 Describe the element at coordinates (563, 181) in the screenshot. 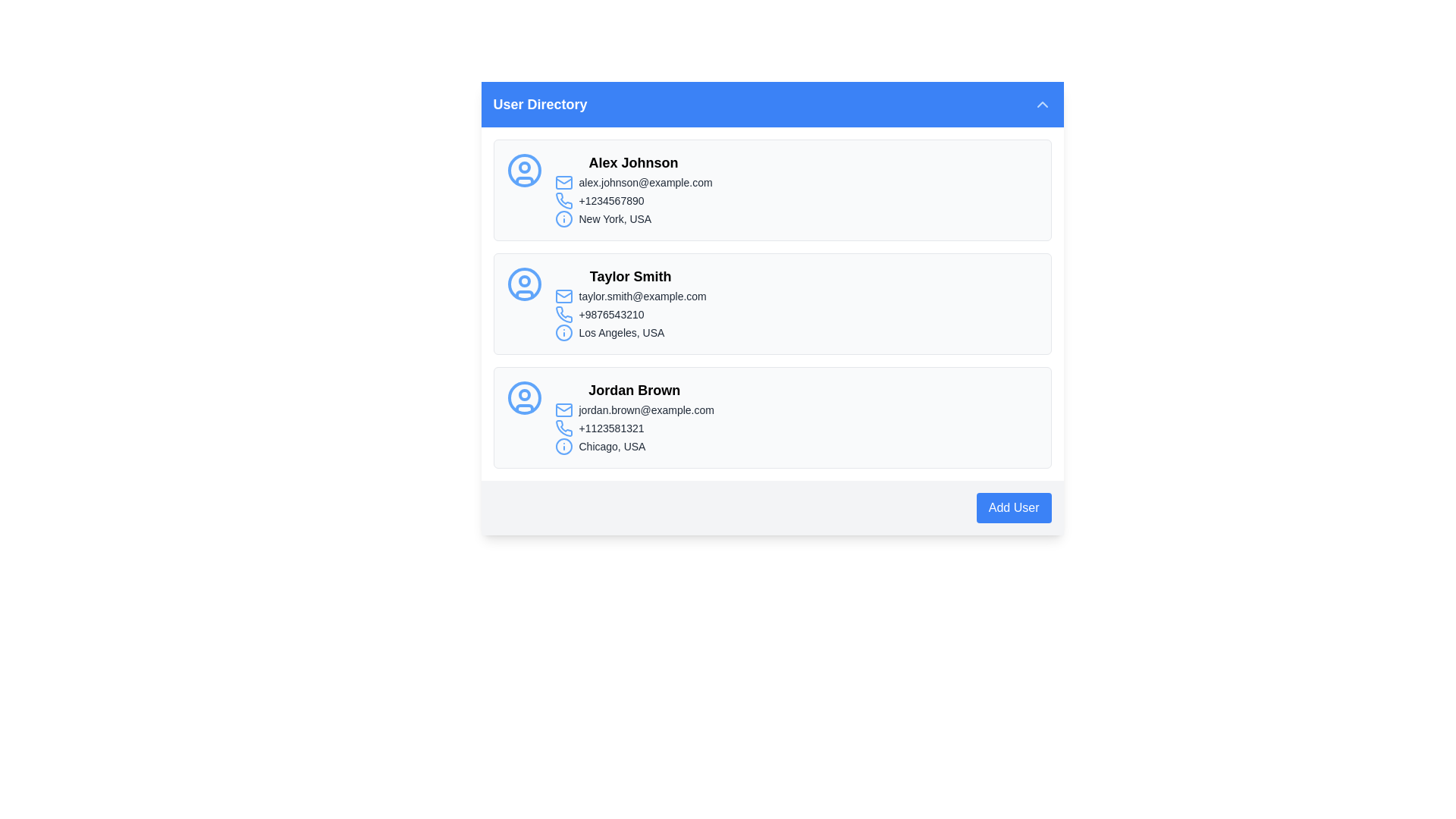

I see `the icon representing the email address of user Alex Johnson` at that location.